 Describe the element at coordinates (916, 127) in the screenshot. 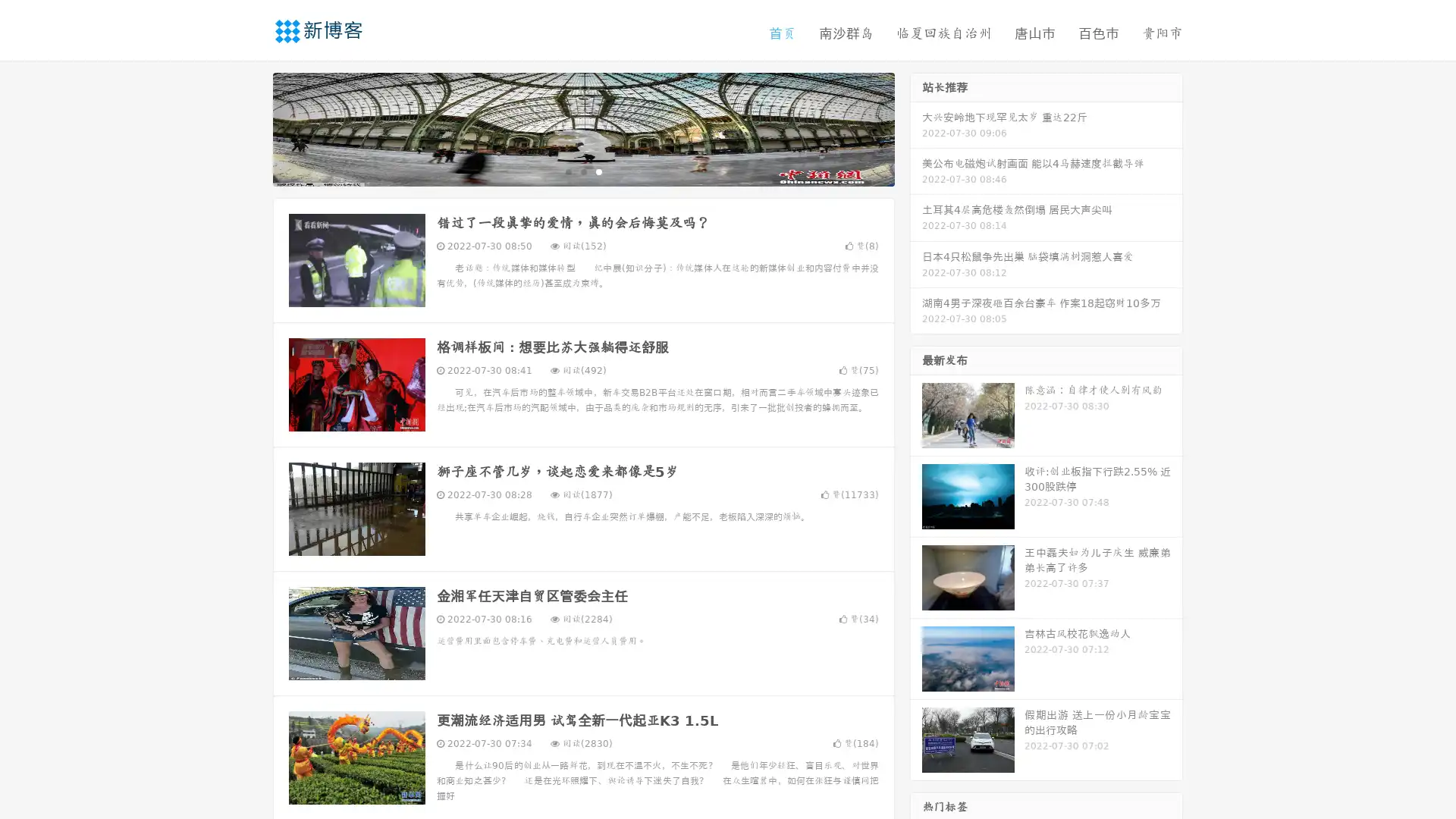

I see `Next slide` at that location.